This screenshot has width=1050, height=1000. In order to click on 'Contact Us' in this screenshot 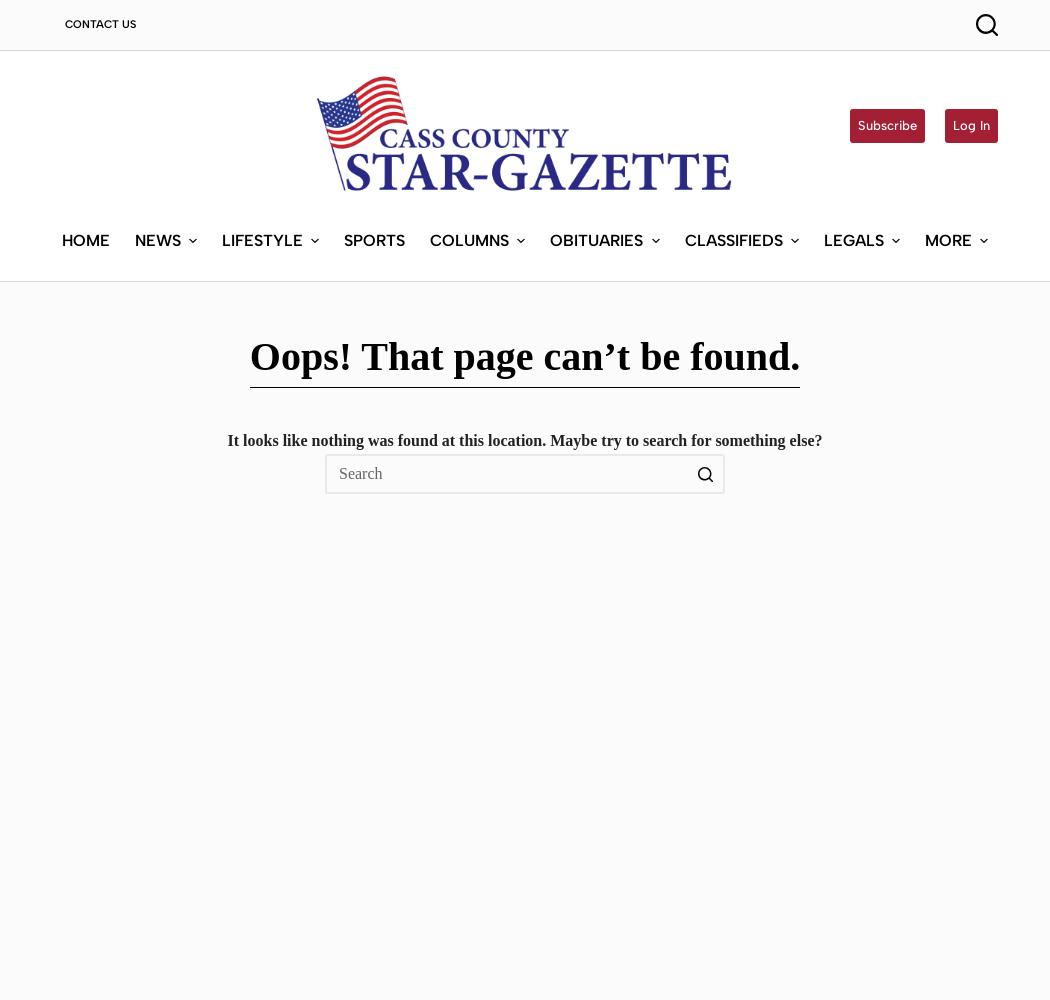, I will do `click(100, 23)`.